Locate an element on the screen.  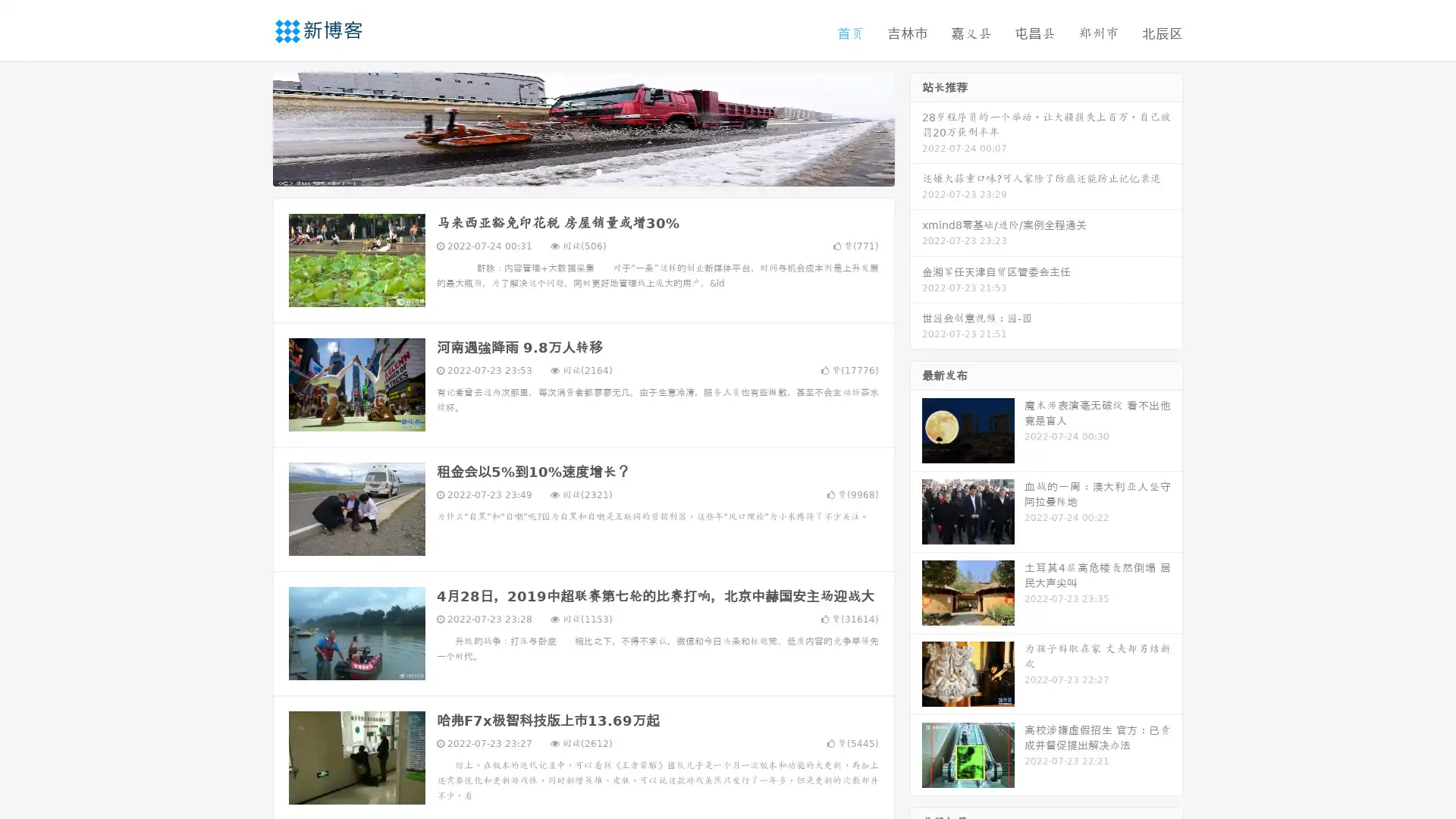
Go to slide 1 is located at coordinates (567, 171).